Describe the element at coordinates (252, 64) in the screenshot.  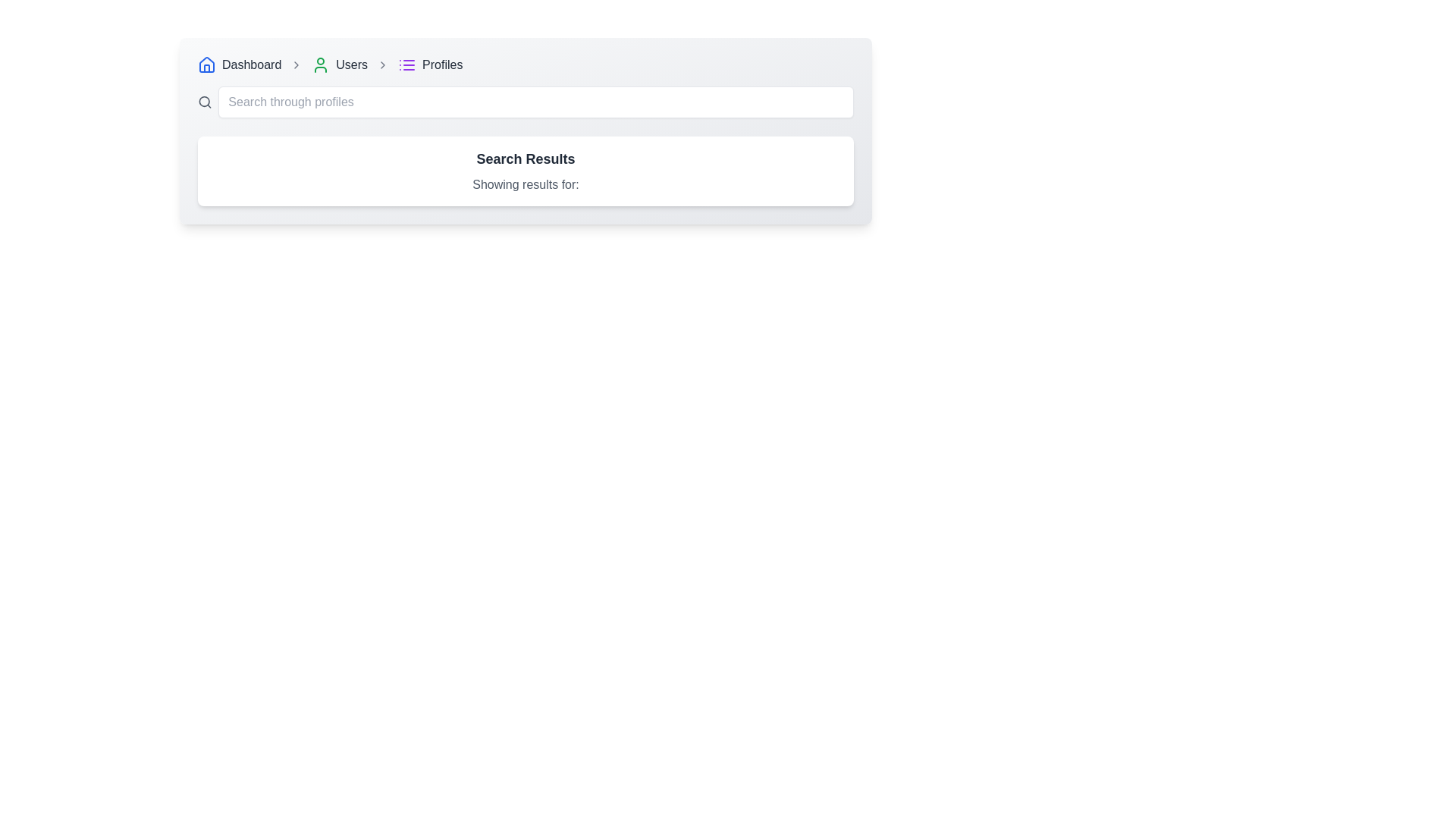
I see `the 'Dashboard' text link in the breadcrumb navigation bar` at that location.